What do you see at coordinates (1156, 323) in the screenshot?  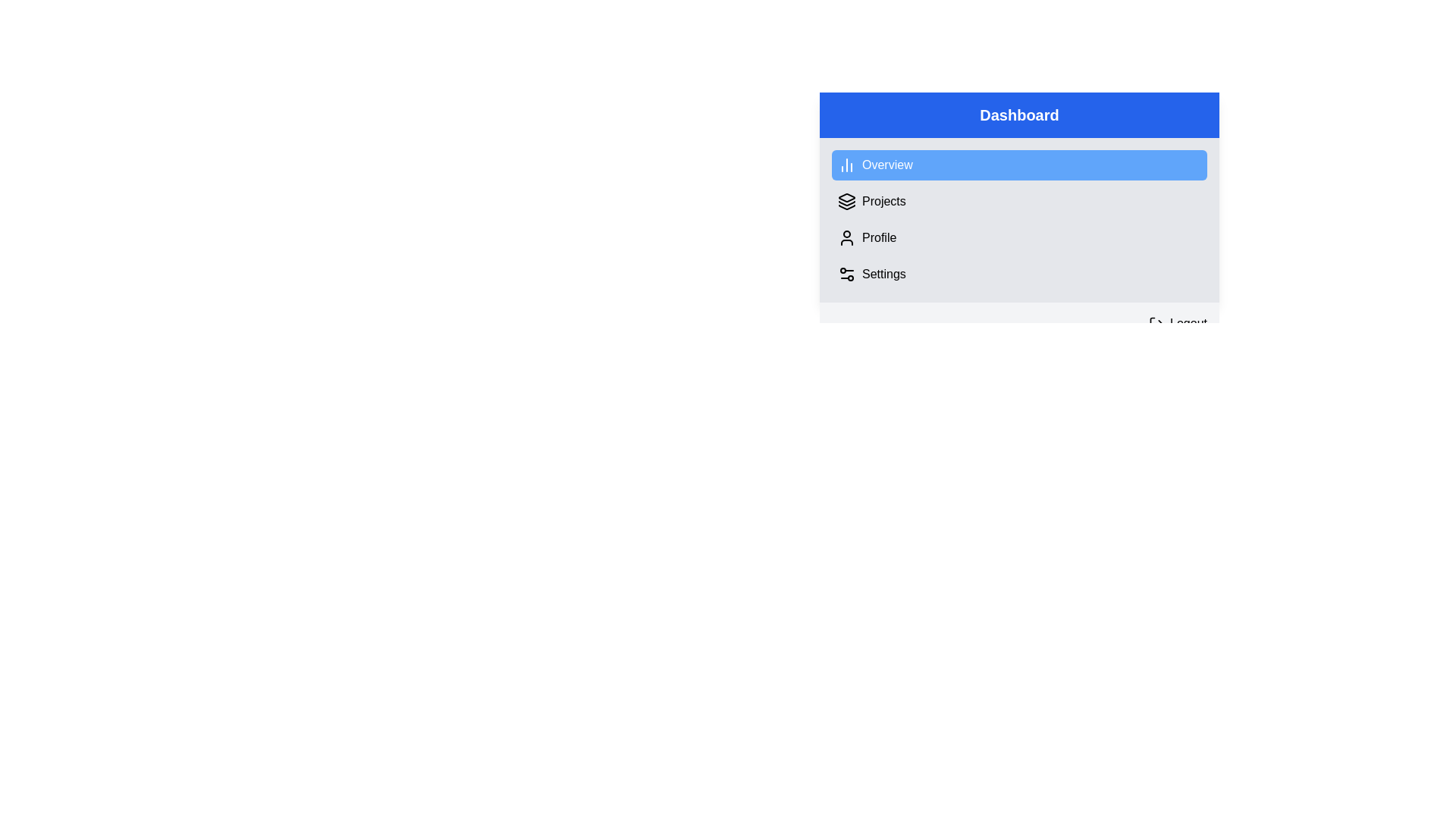 I see `the log-out icon, which is represented by an arrow pointing to the right with a door-like appearance, located at the bottom of the sidebar options` at bounding box center [1156, 323].